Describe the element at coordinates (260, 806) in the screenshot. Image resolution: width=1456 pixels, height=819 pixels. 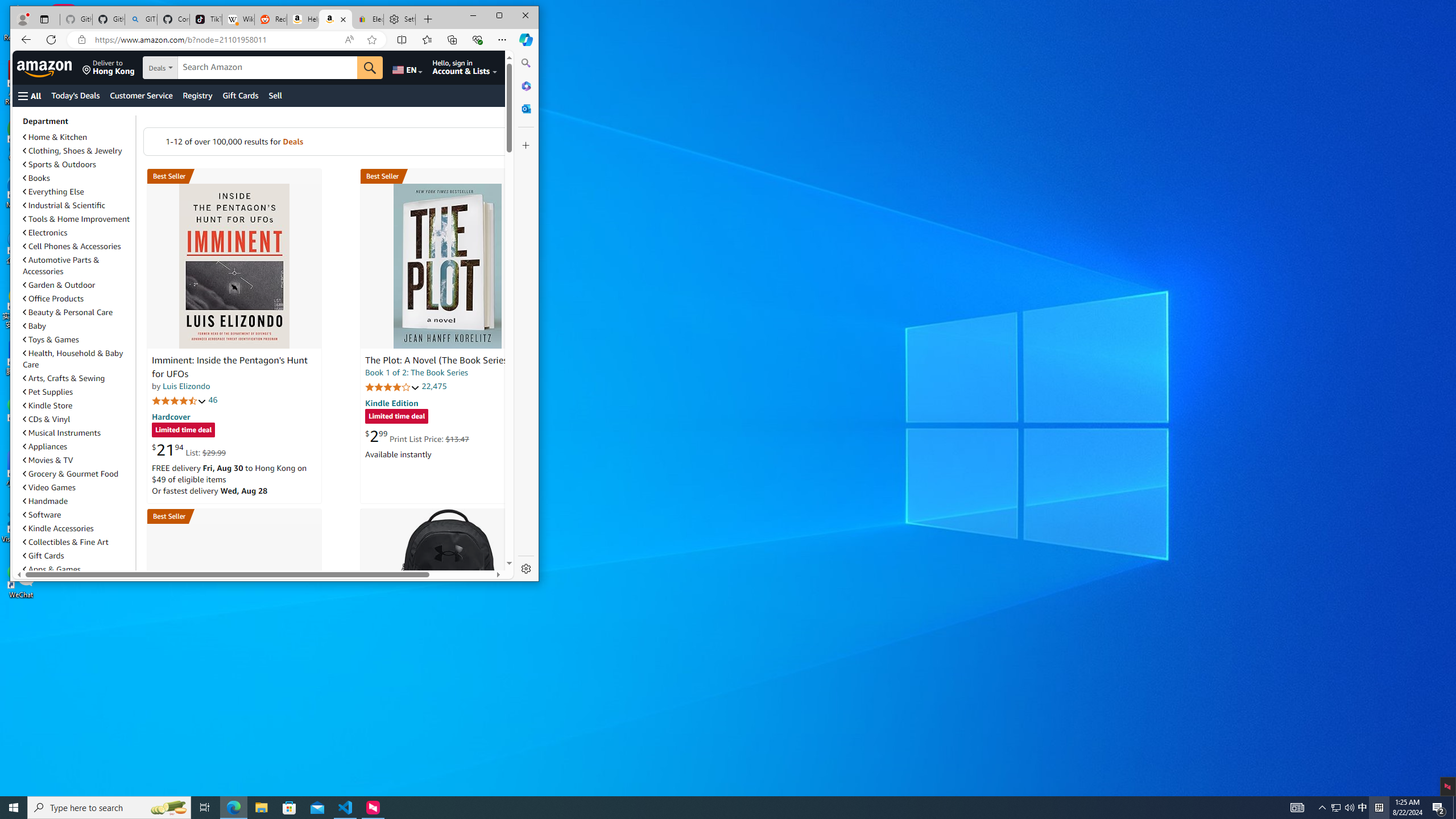
I see `'File Explorer'` at that location.